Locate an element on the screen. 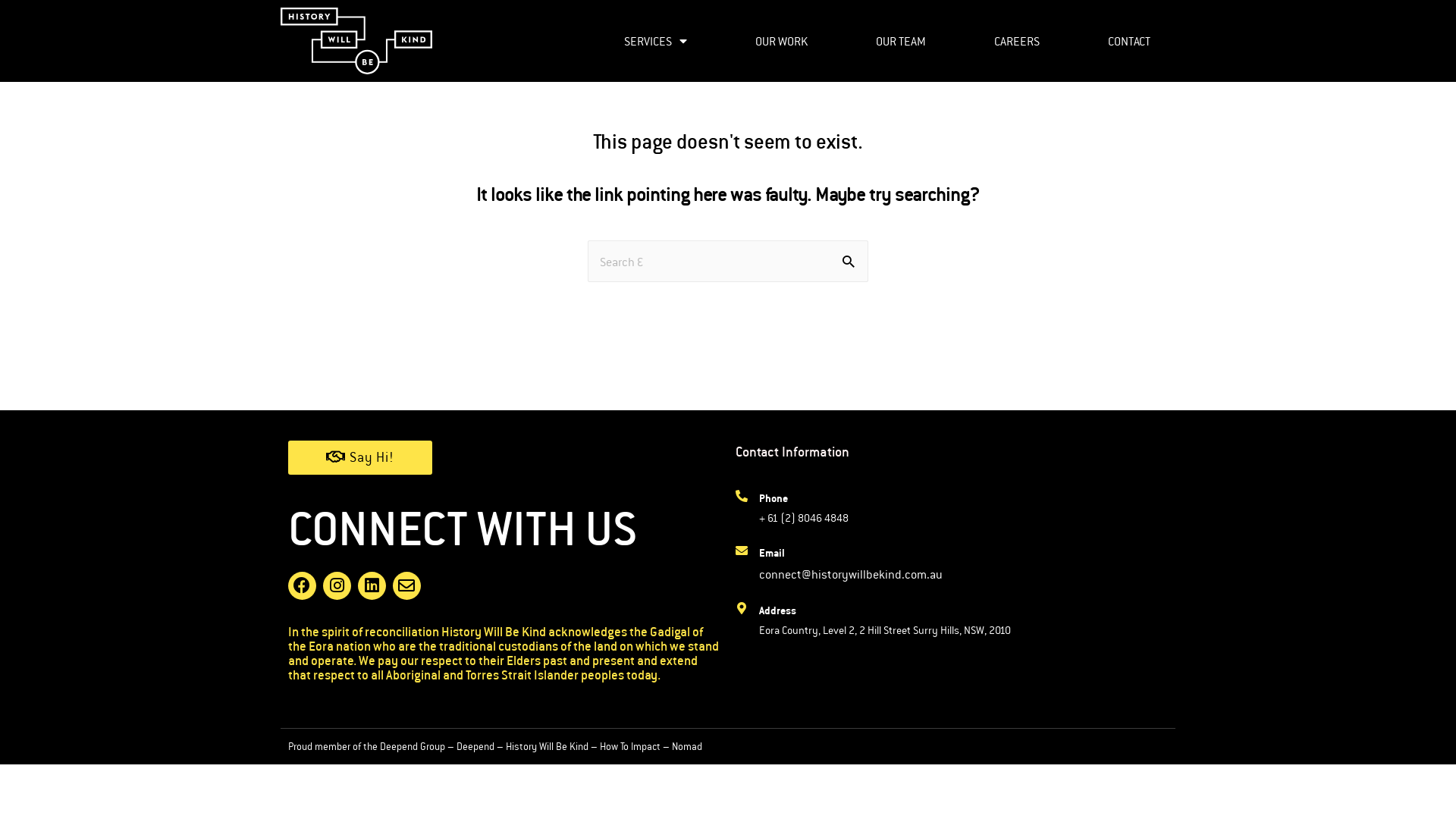  'OUR WORK' is located at coordinates (730, 40).